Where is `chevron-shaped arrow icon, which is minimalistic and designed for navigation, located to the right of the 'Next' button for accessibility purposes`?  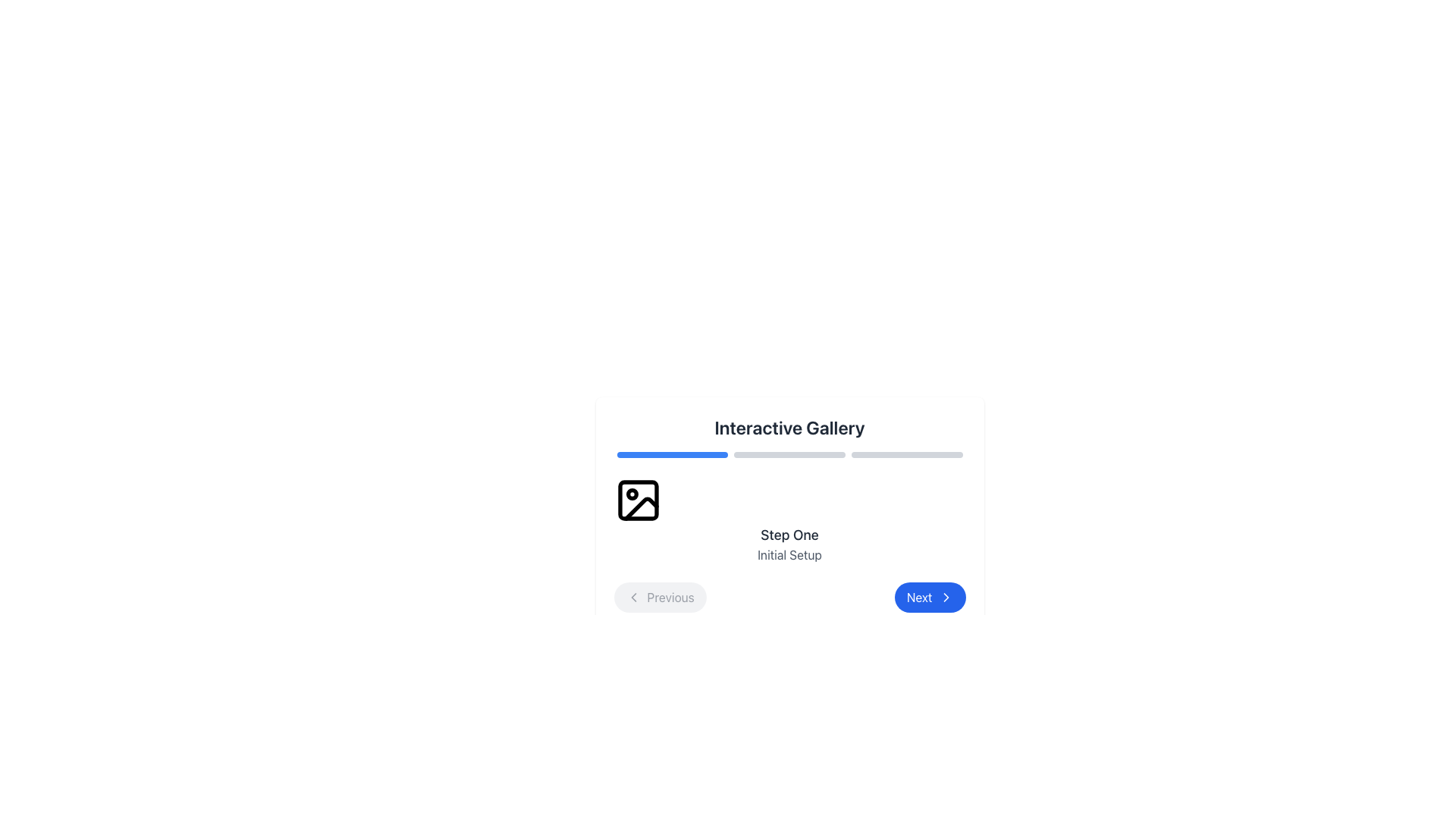 chevron-shaped arrow icon, which is minimalistic and designed for navigation, located to the right of the 'Next' button for accessibility purposes is located at coordinates (945, 596).